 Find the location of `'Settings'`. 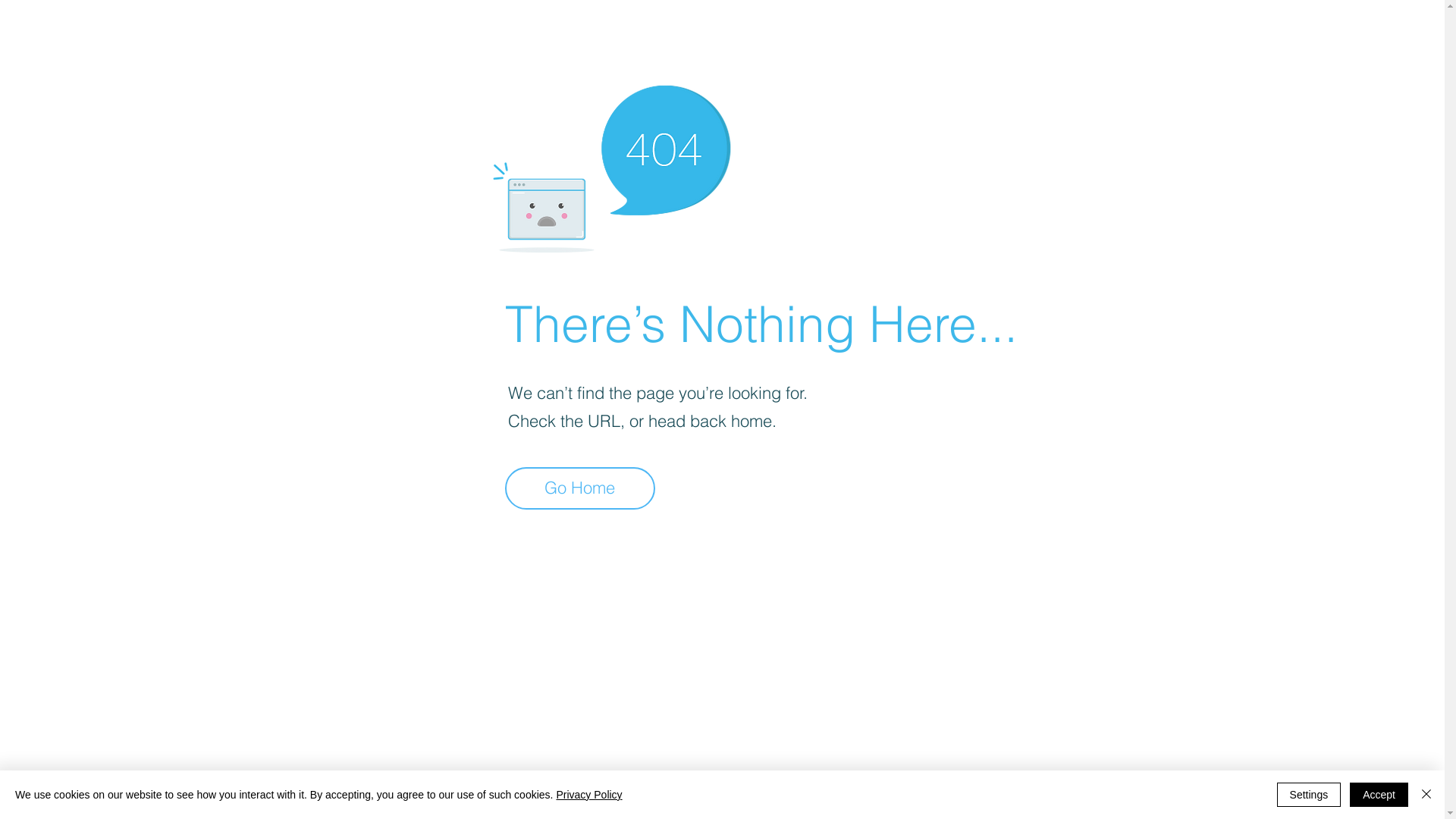

'Settings' is located at coordinates (1276, 794).